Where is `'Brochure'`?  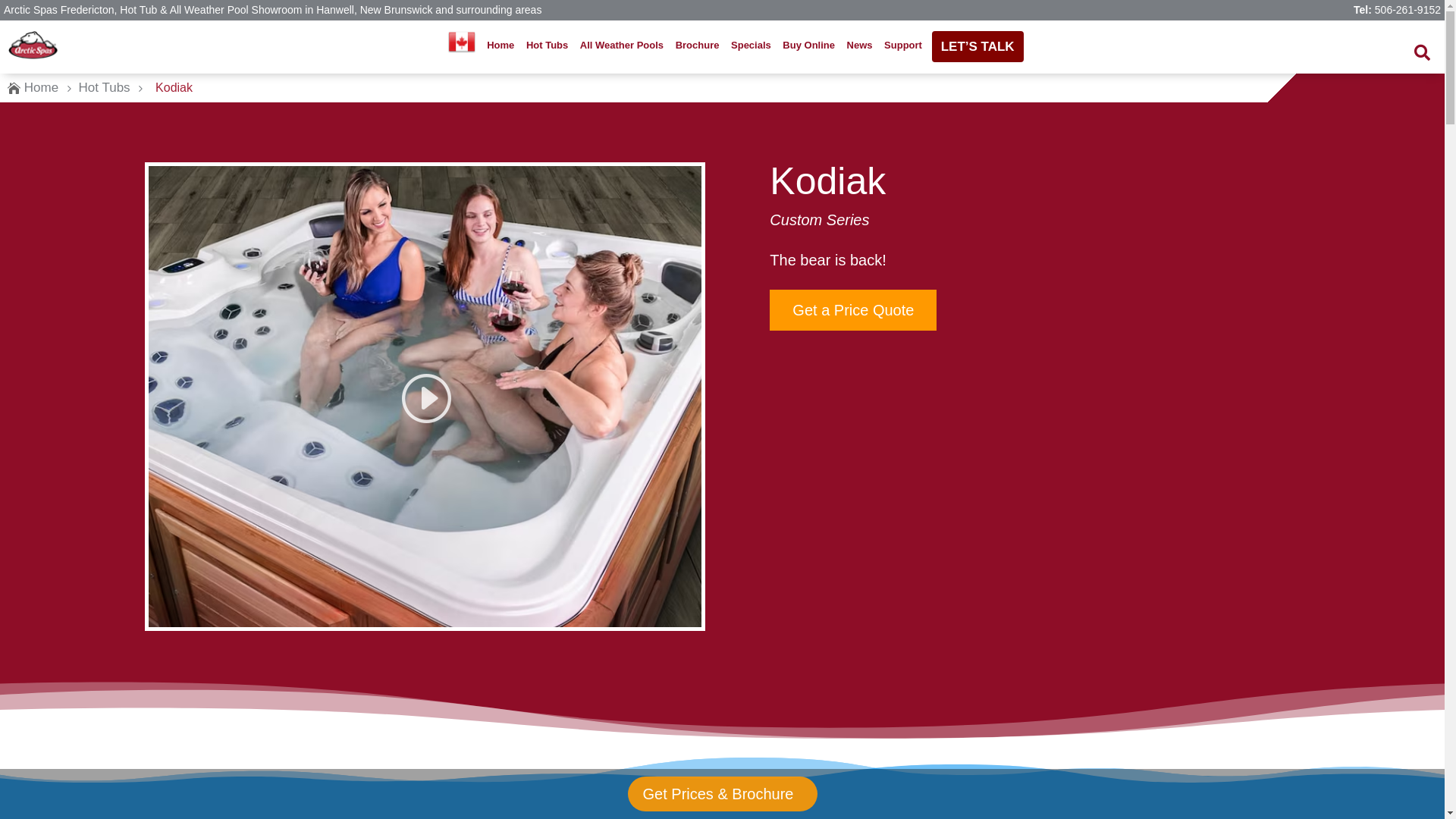
'Brochure' is located at coordinates (670, 44).